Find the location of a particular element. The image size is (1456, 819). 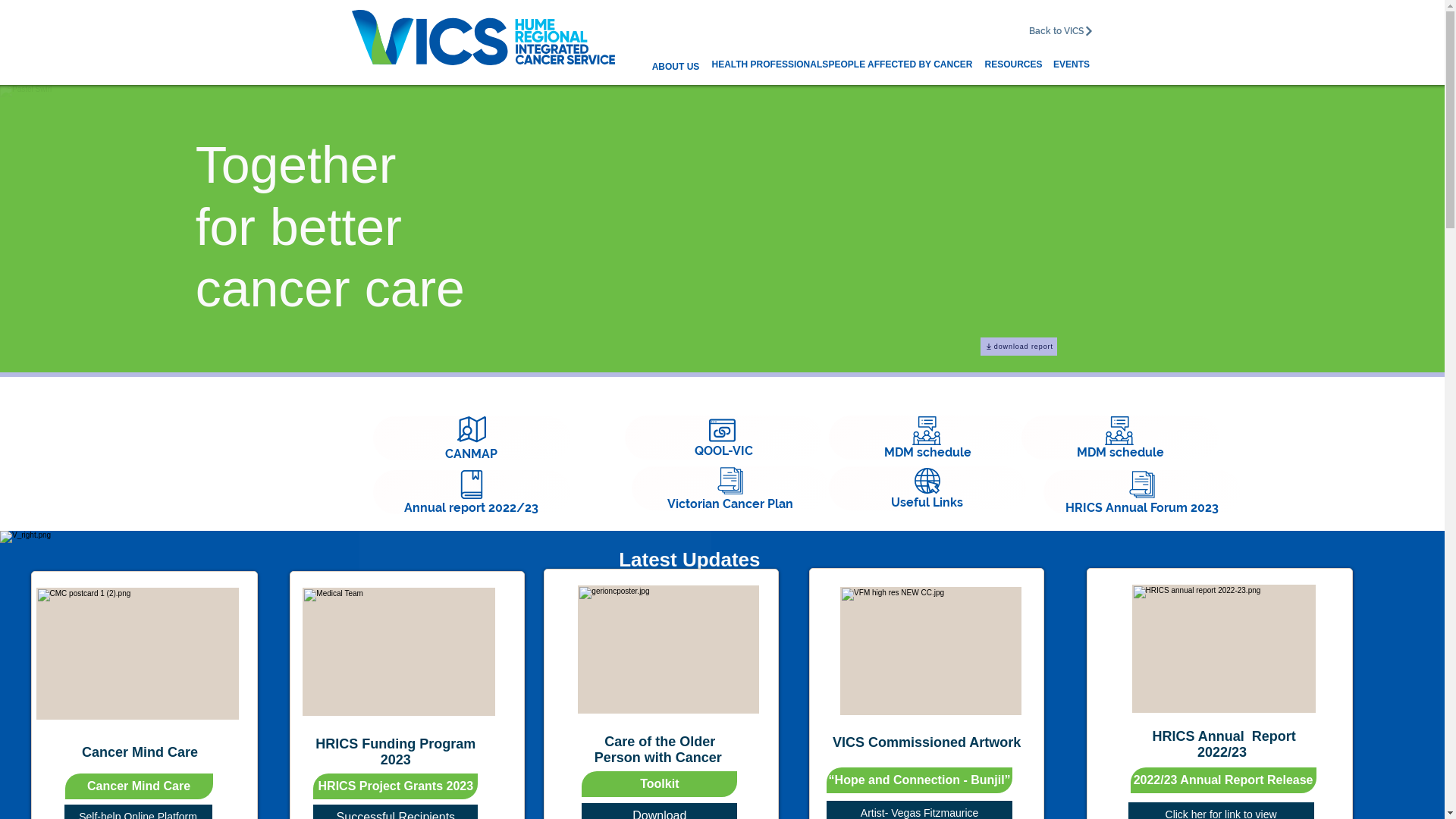

'CANMAP' is located at coordinates (471, 438).